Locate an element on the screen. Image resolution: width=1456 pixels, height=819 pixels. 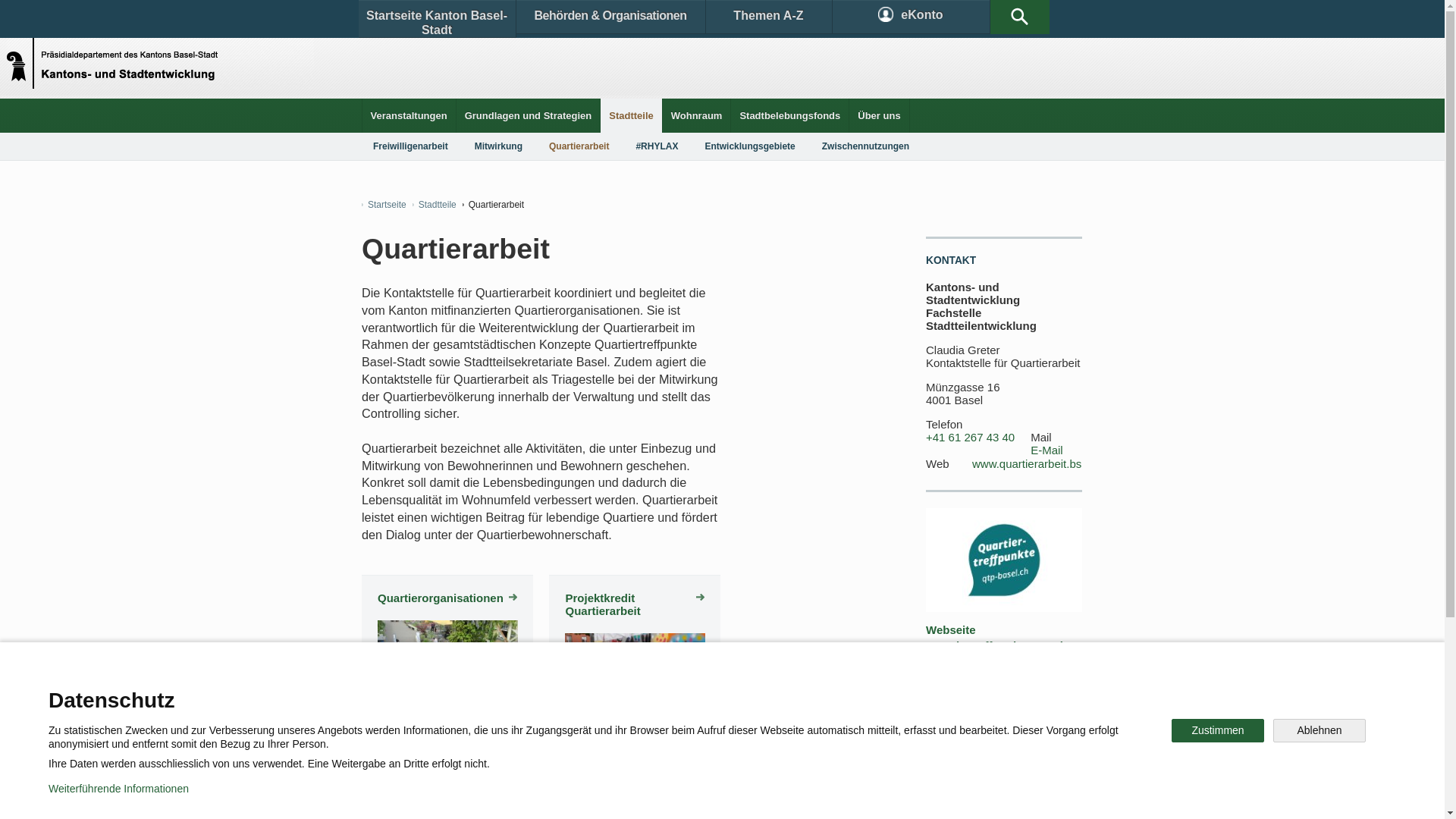
'Stadtbelebungsfonds' is located at coordinates (789, 115).